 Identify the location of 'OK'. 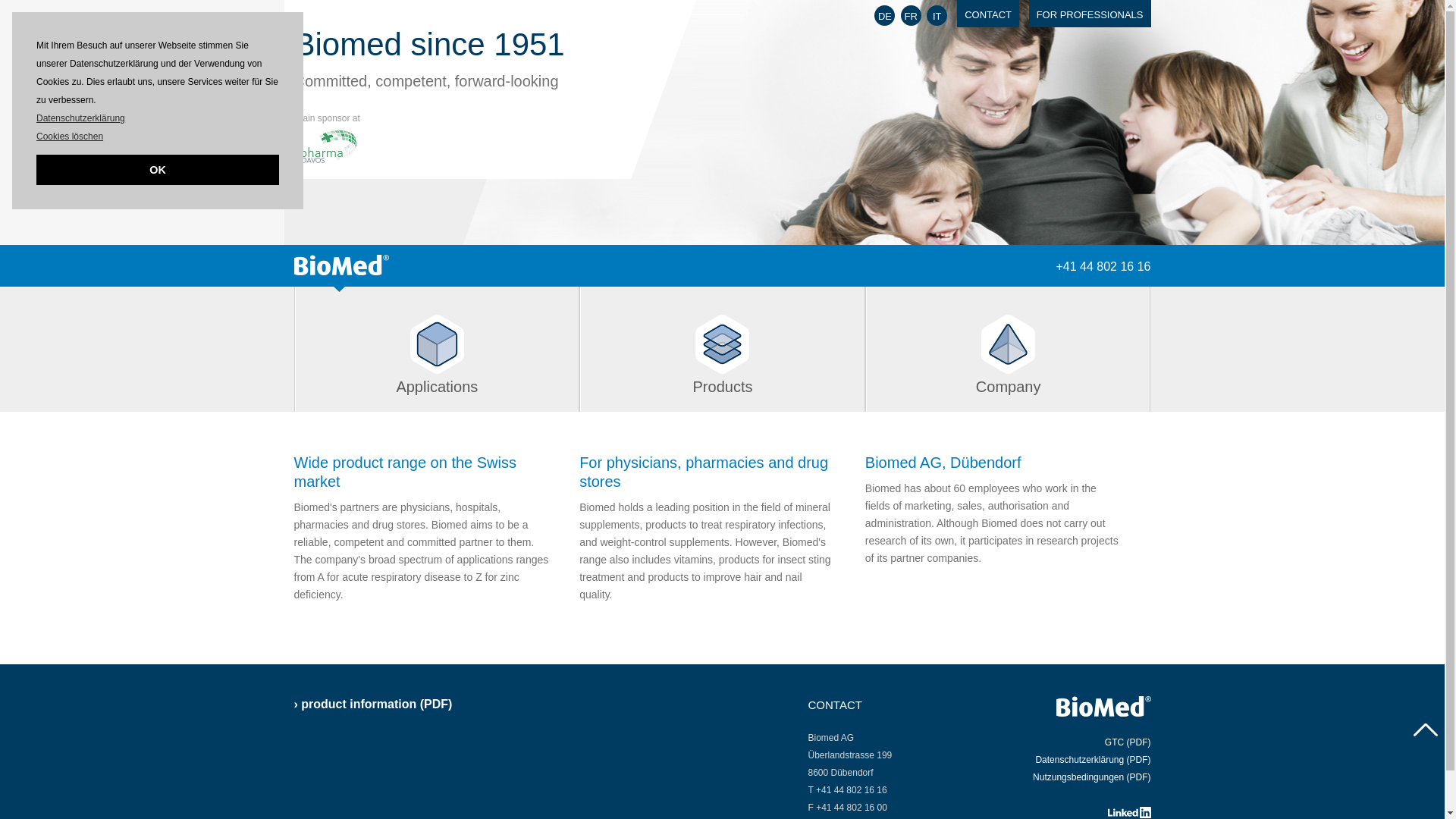
(36, 169).